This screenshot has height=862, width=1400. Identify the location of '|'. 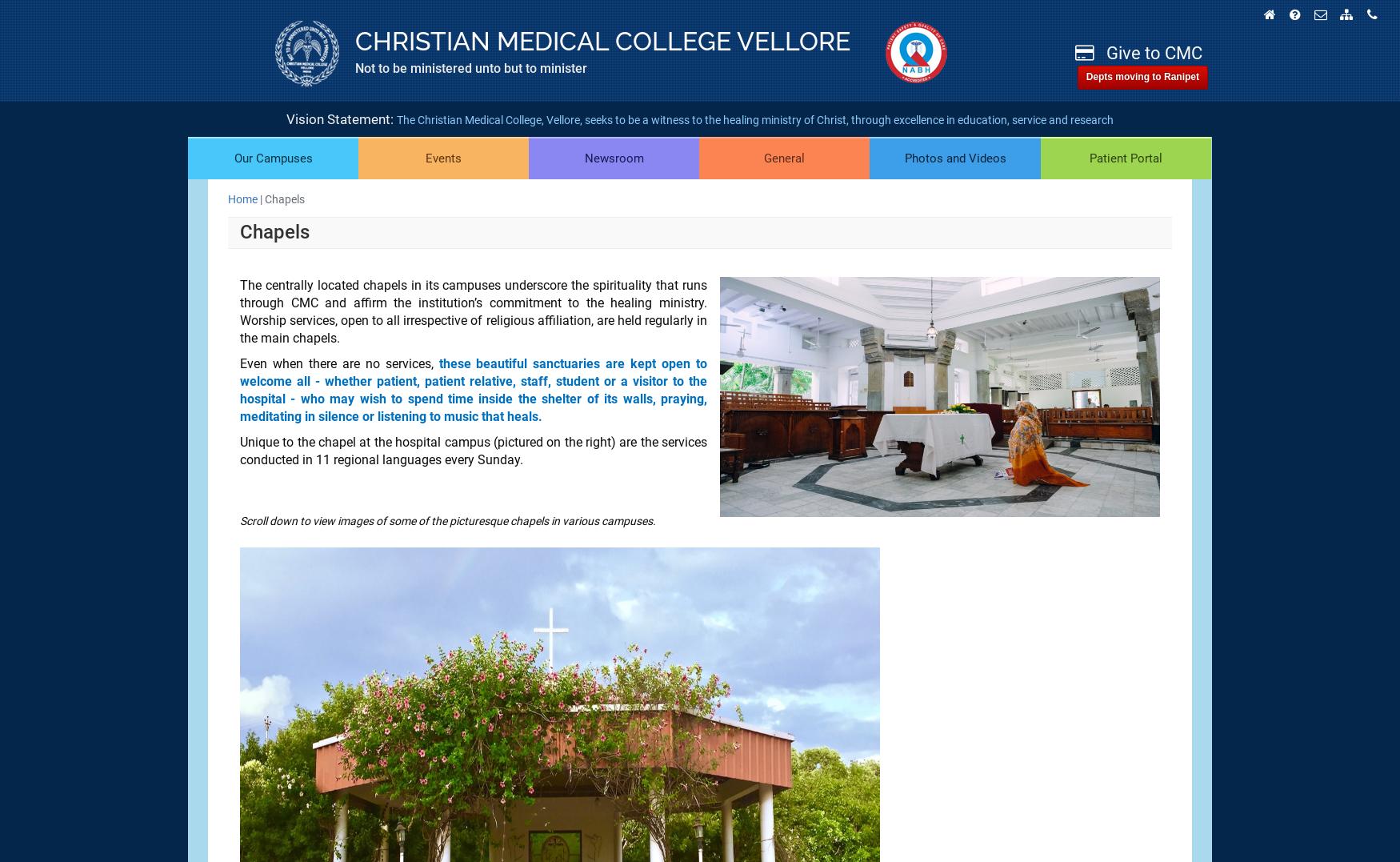
(261, 198).